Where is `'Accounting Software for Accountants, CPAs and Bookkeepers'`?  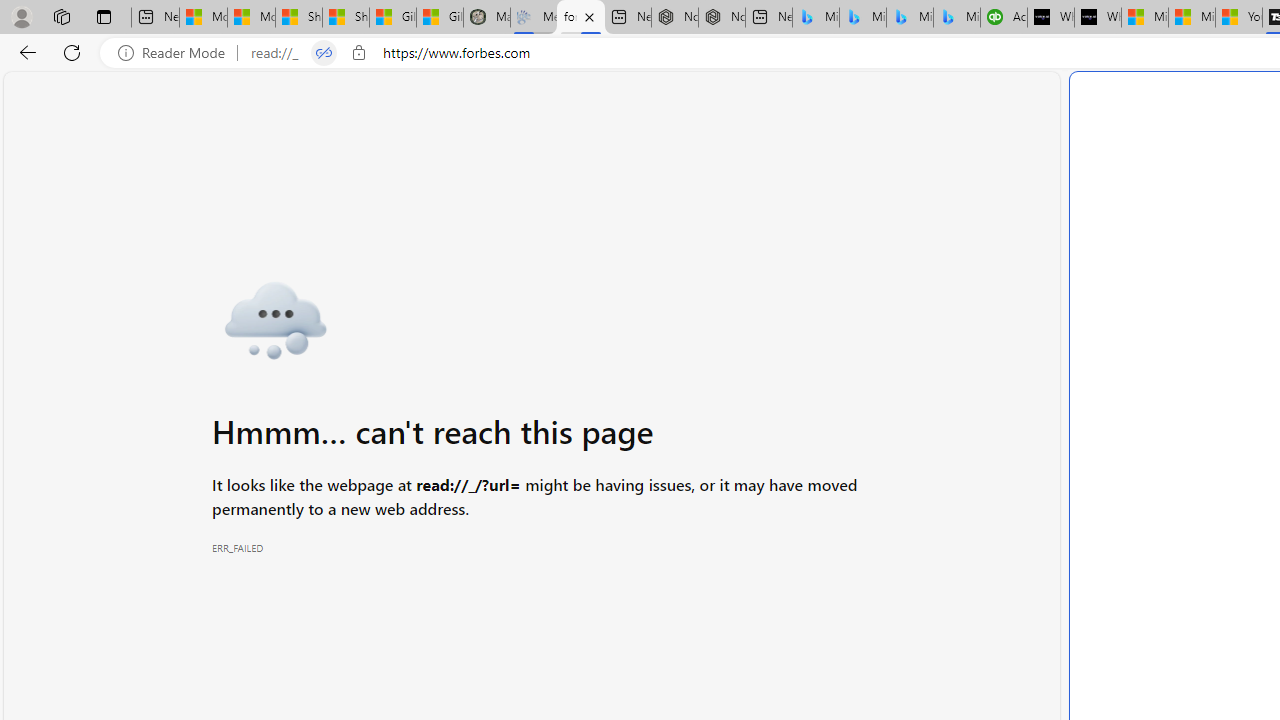
'Accounting Software for Accountants, CPAs and Bookkeepers' is located at coordinates (1003, 17).